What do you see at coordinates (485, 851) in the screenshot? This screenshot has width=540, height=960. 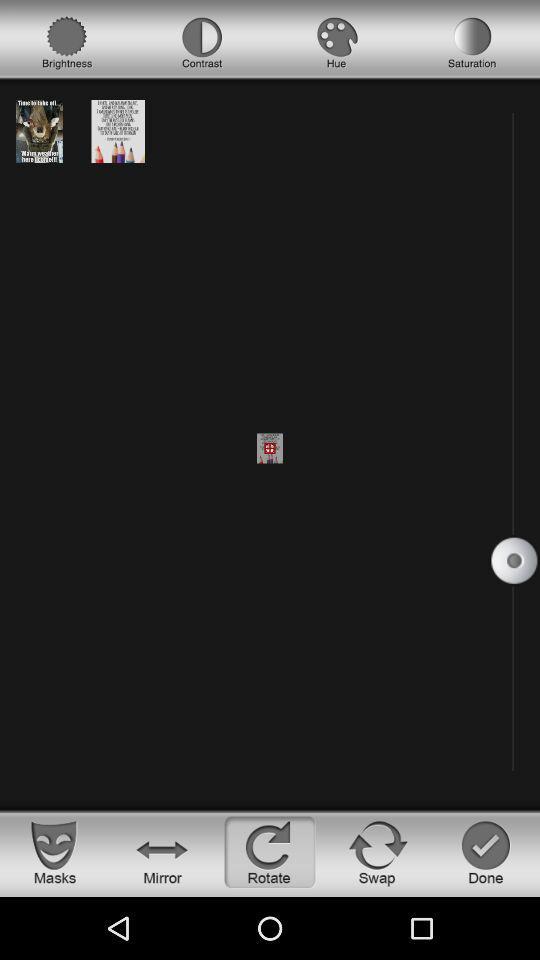 I see `indicate you are done` at bounding box center [485, 851].